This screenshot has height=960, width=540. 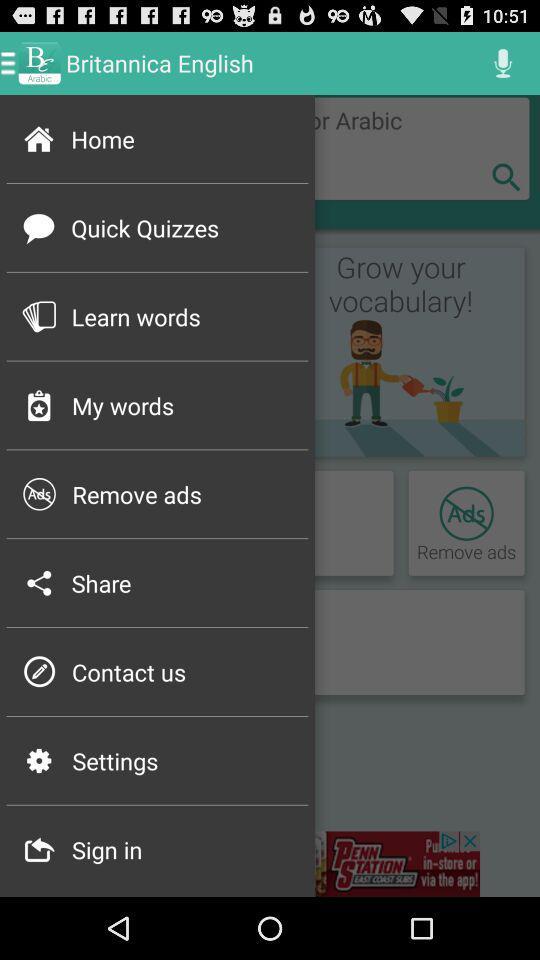 I want to click on settings, so click(x=183, y=760).